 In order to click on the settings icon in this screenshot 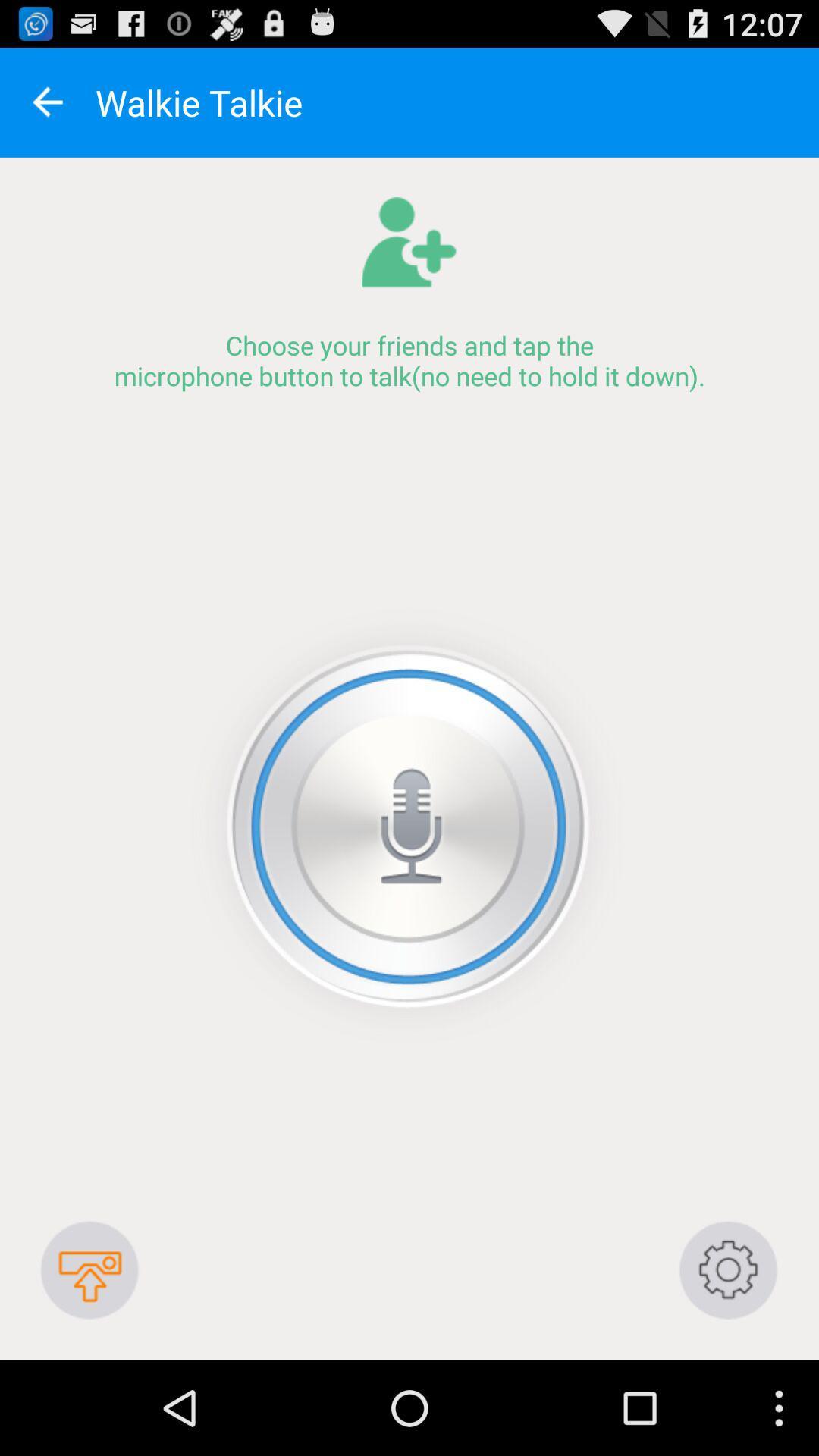, I will do `click(728, 1359)`.